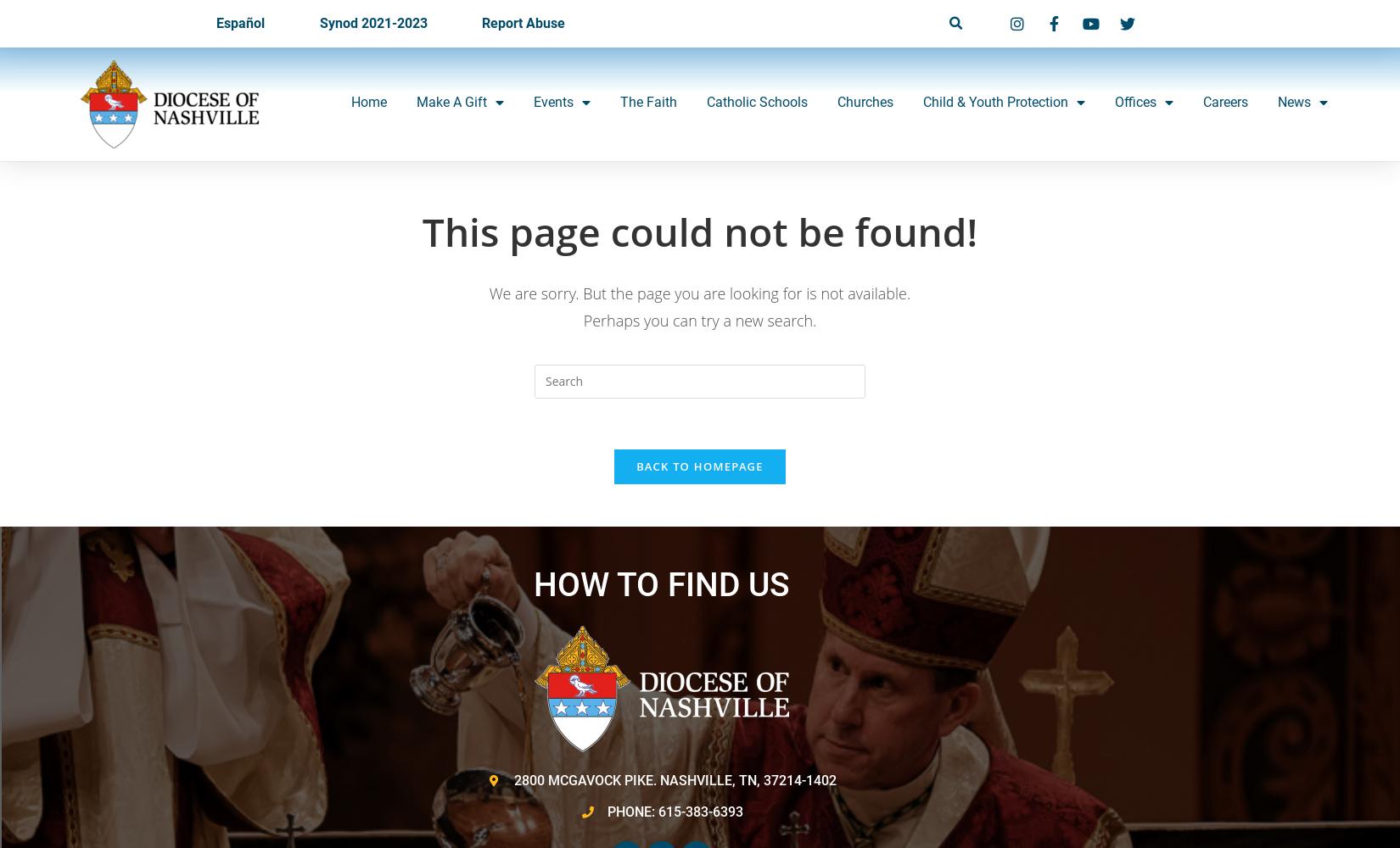  Describe the element at coordinates (532, 101) in the screenshot. I see `'Events'` at that location.